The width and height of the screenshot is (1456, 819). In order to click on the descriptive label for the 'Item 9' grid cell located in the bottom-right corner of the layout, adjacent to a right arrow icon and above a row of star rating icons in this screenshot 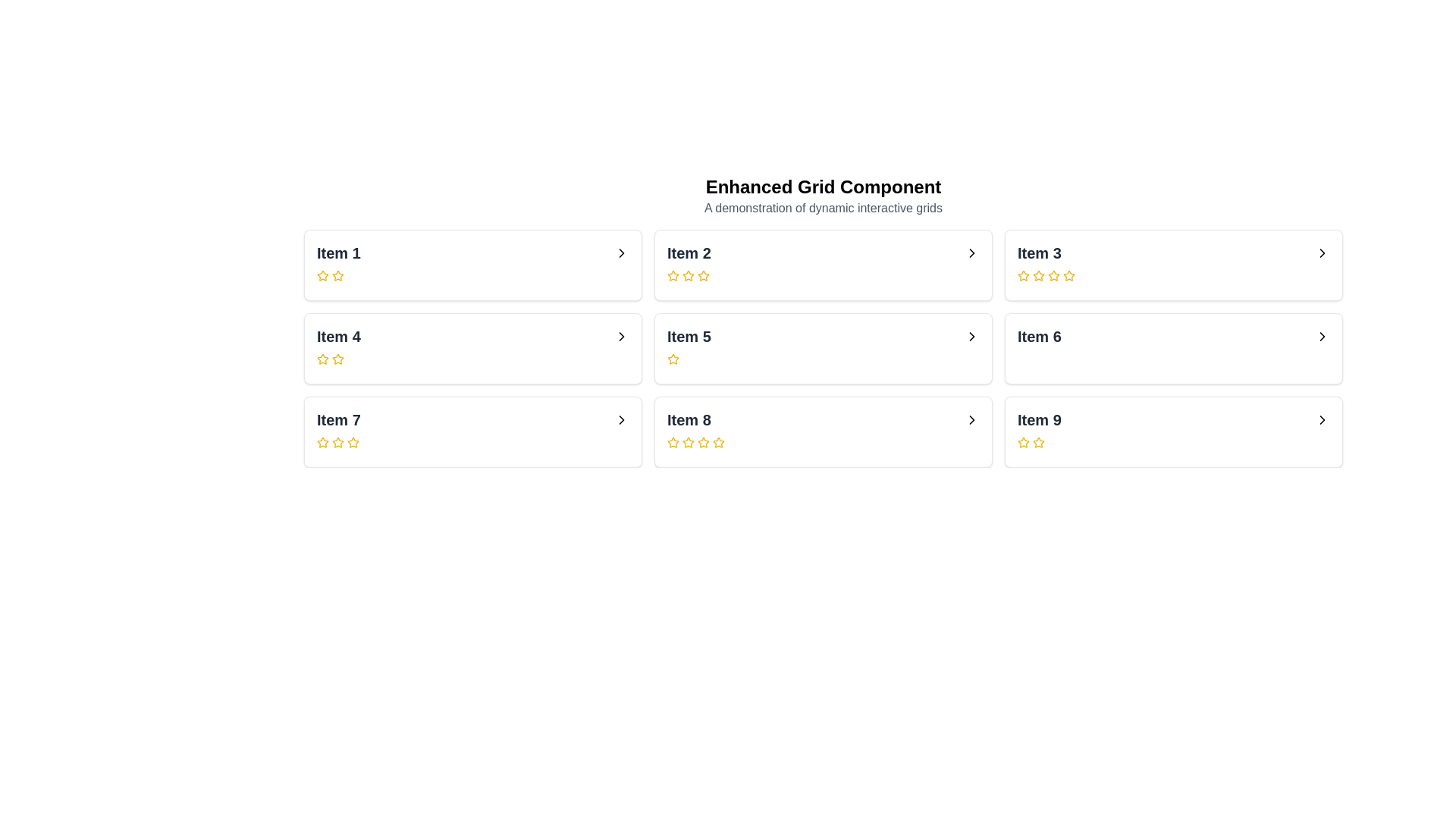, I will do `click(1038, 420)`.